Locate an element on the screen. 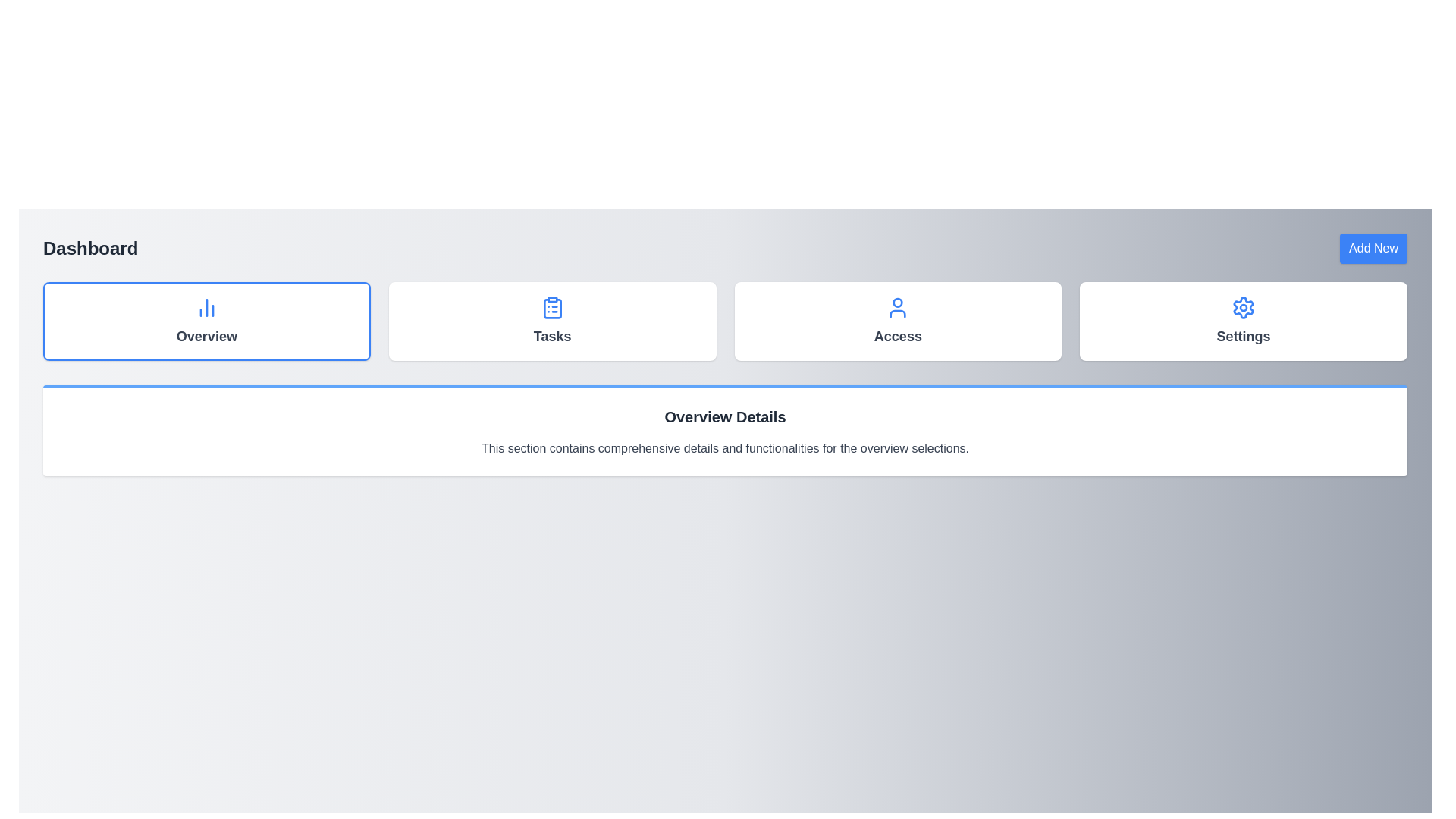  the text label that reads 'Overview' which is styled in bold, large font, colored medium gray, located at the bottom center of the first card in the Dashboard section is located at coordinates (206, 335).